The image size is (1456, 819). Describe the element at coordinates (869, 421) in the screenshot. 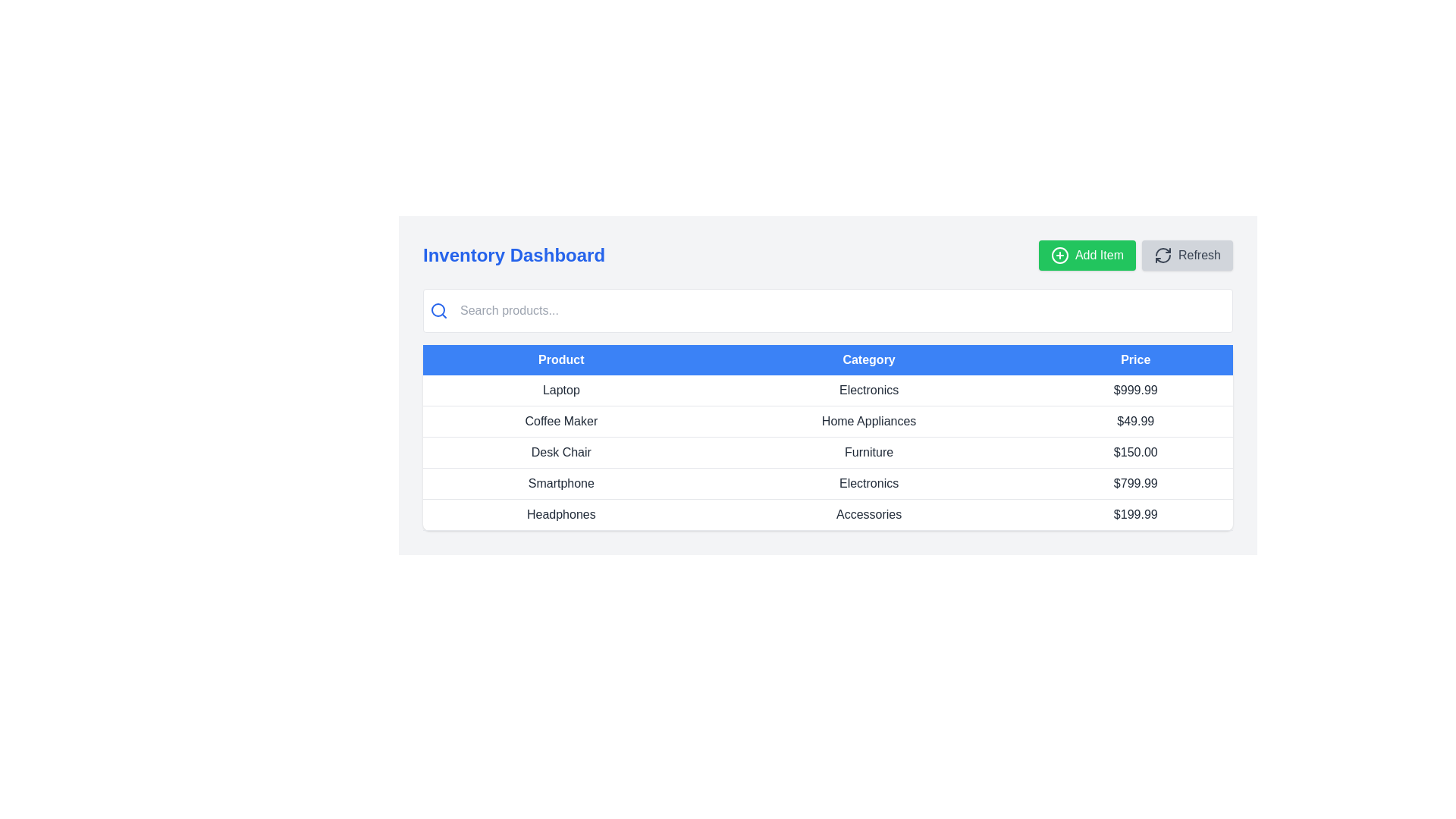

I see `the 'Home Appliances' text label located in the second row of the table under the 'Category' column` at that location.